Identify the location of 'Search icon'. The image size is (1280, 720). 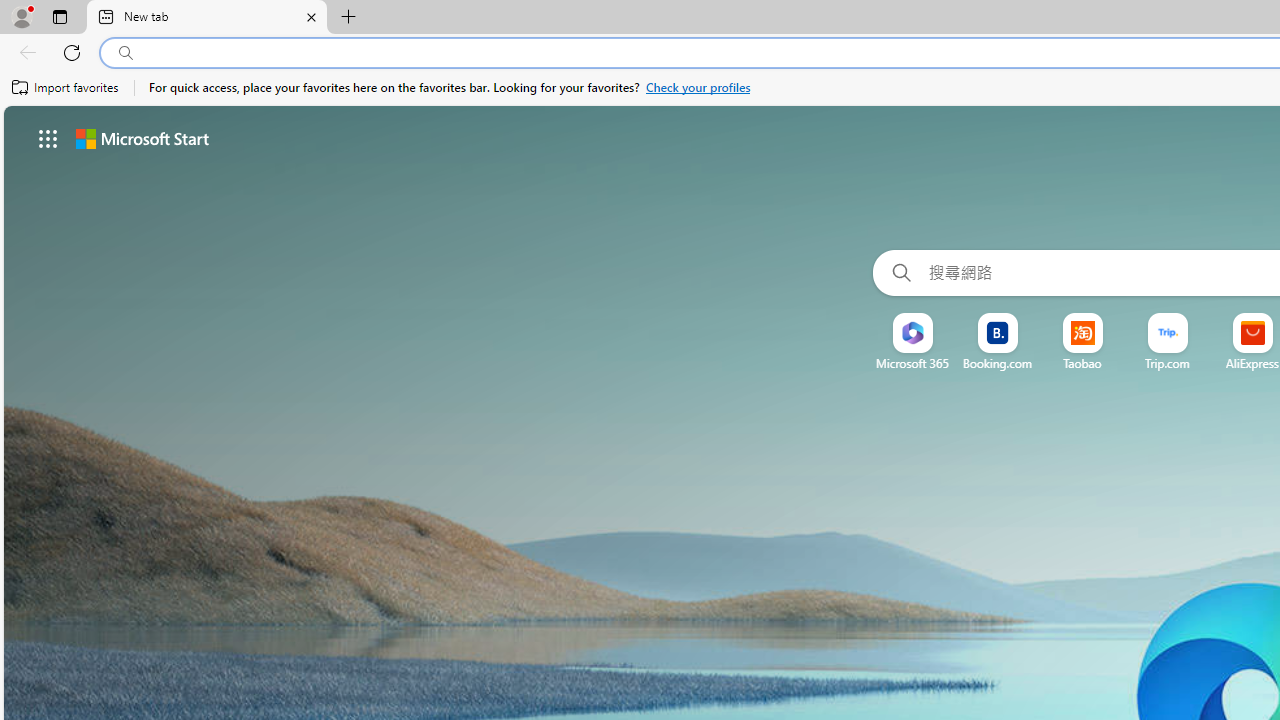
(125, 52).